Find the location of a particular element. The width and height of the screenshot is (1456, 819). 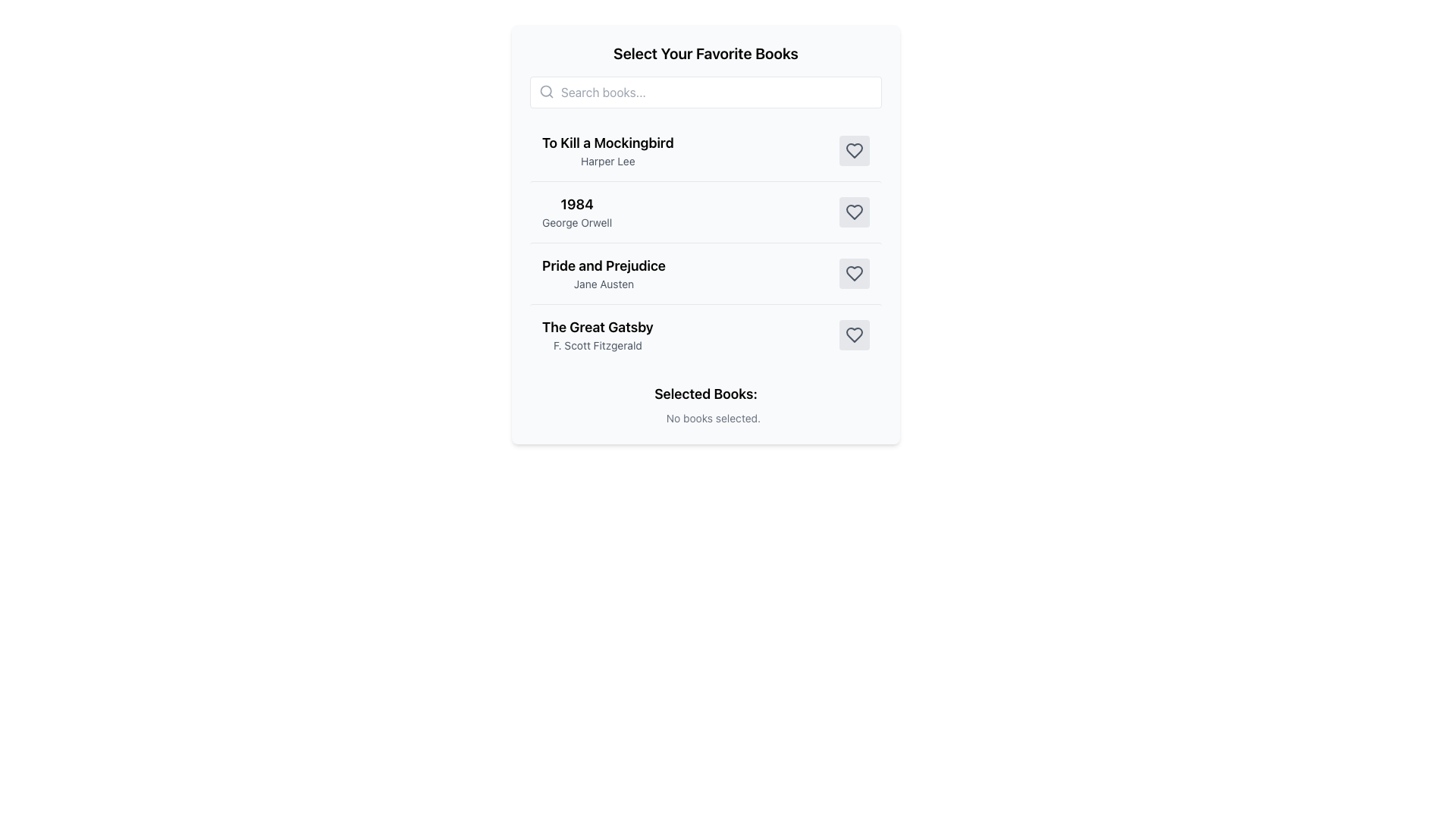

the favorite button for the book entry '1984' by George Orwell, located at the rightmost position in the list of books is located at coordinates (855, 212).